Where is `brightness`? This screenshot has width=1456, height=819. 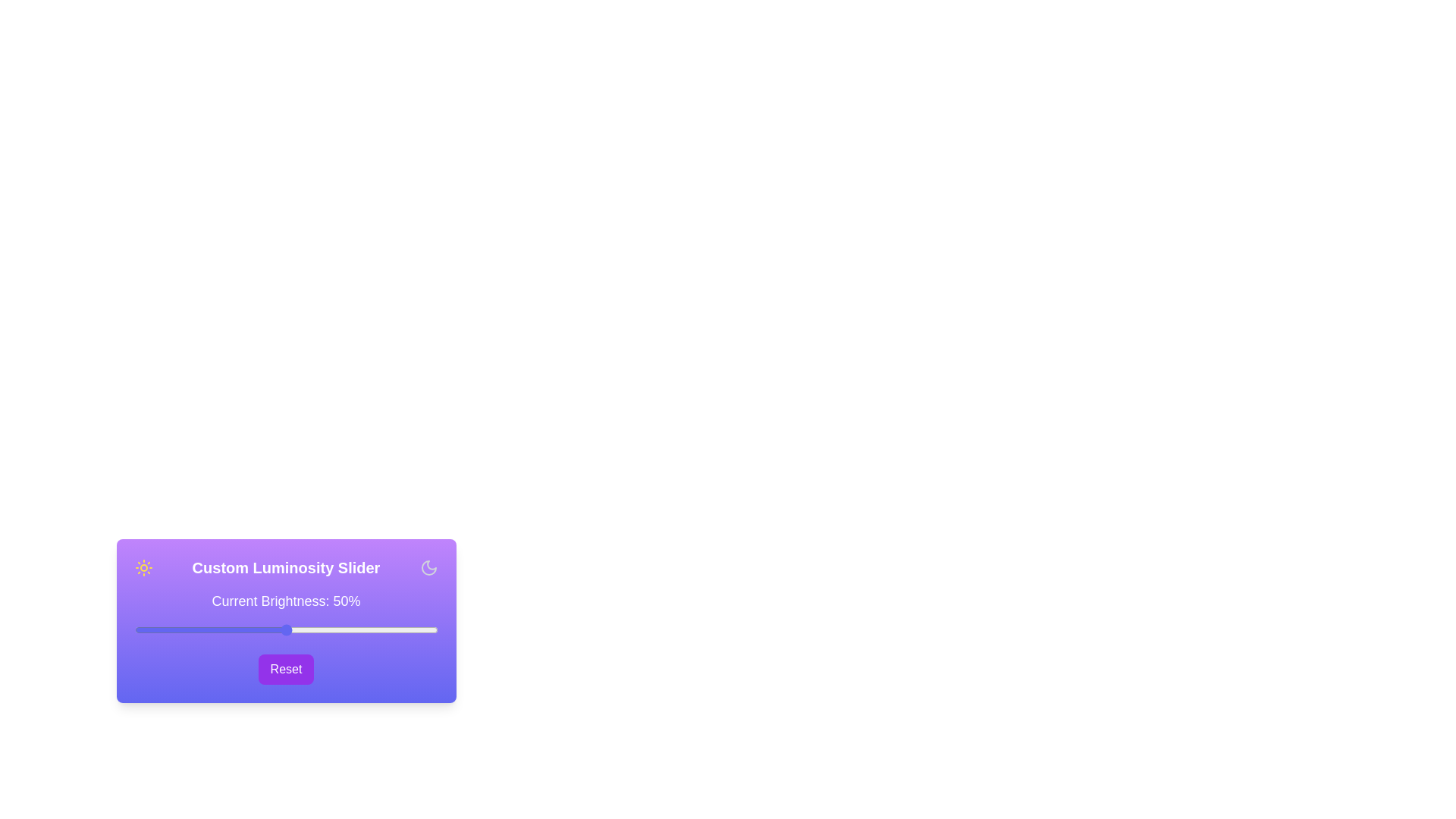 brightness is located at coordinates (368, 629).